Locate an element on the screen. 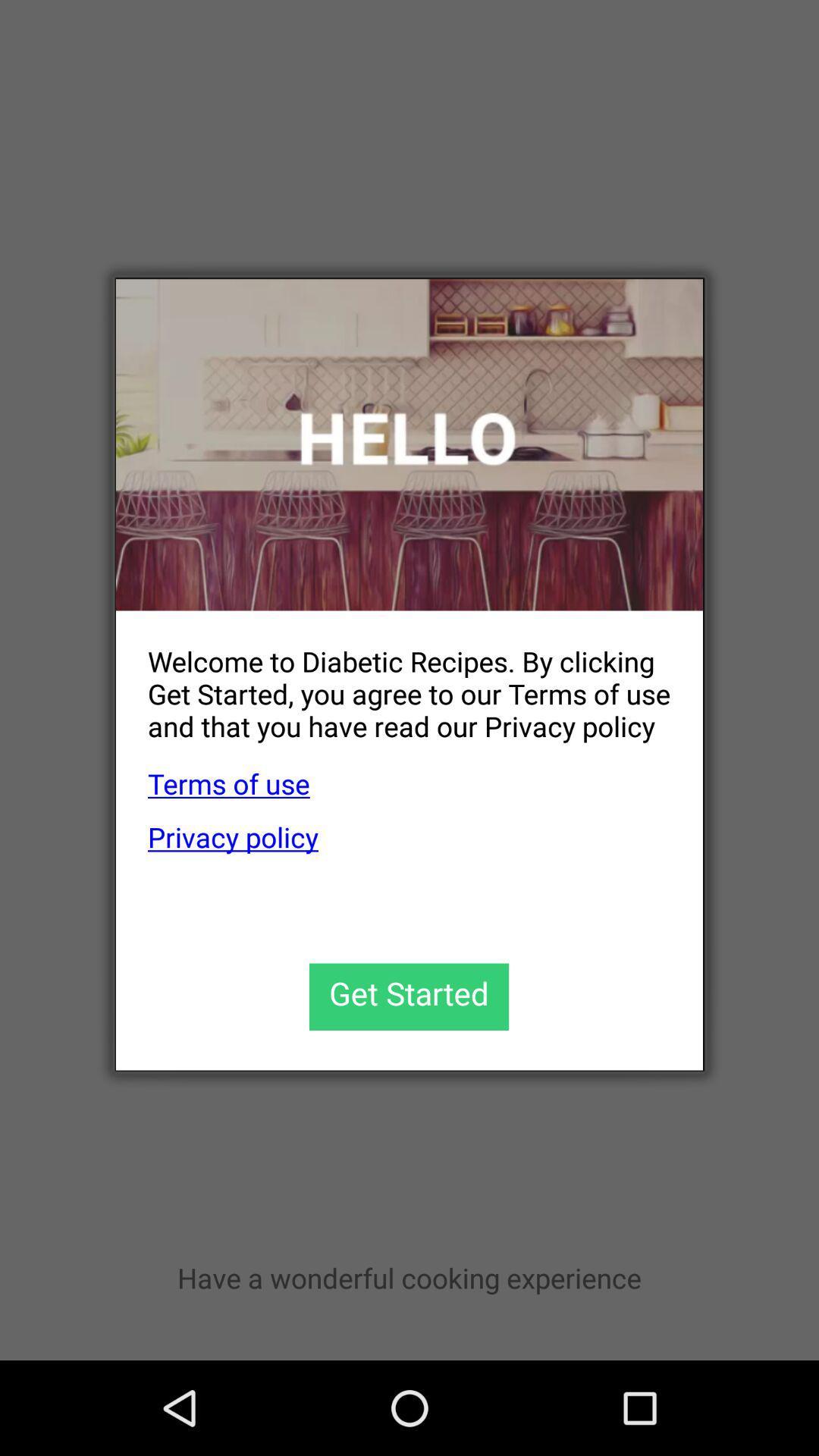 The image size is (819, 1456). start is located at coordinates (408, 996).